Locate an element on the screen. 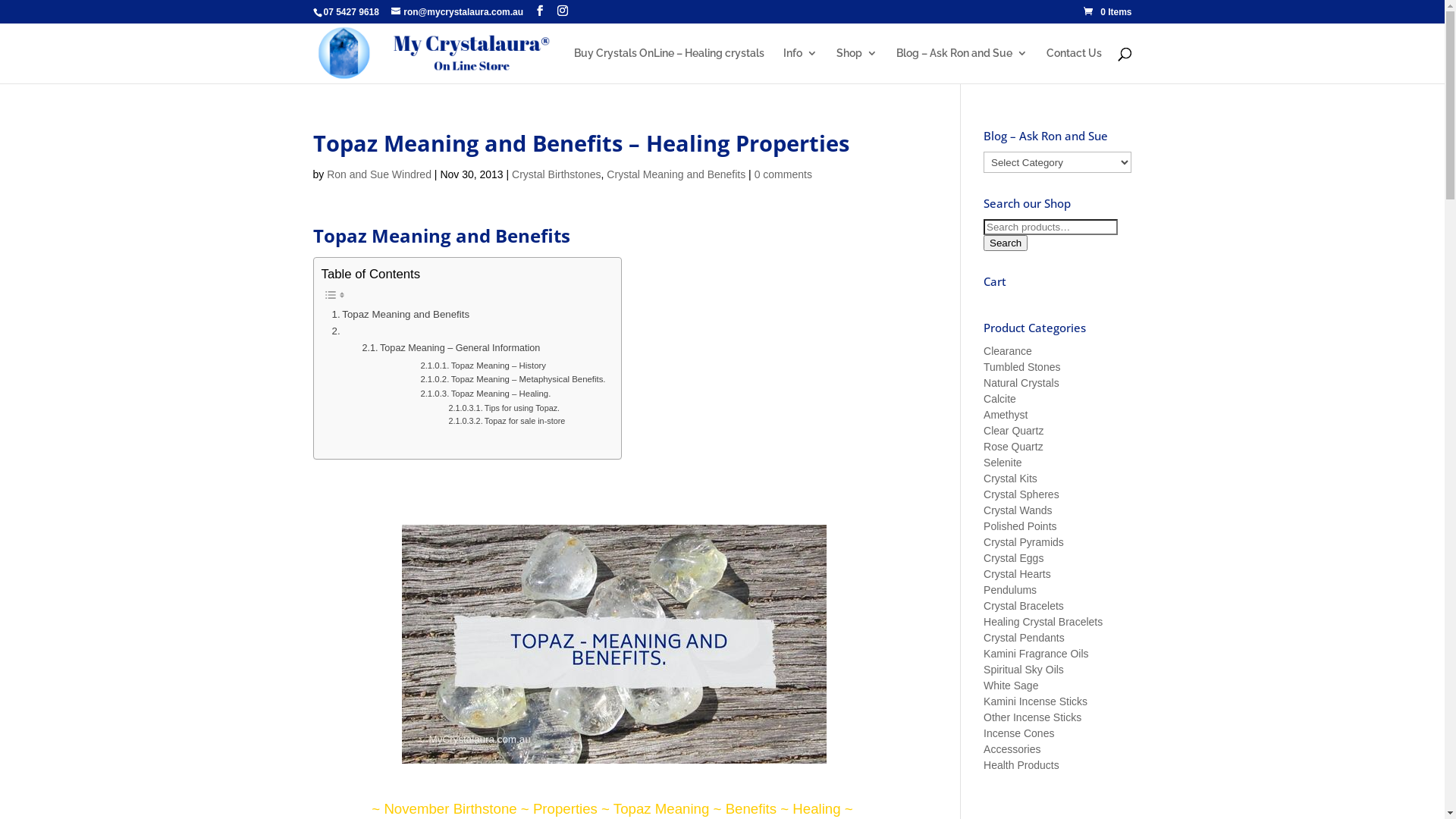 This screenshot has height=819, width=1456. 'Clear Quartz' is located at coordinates (1013, 430).